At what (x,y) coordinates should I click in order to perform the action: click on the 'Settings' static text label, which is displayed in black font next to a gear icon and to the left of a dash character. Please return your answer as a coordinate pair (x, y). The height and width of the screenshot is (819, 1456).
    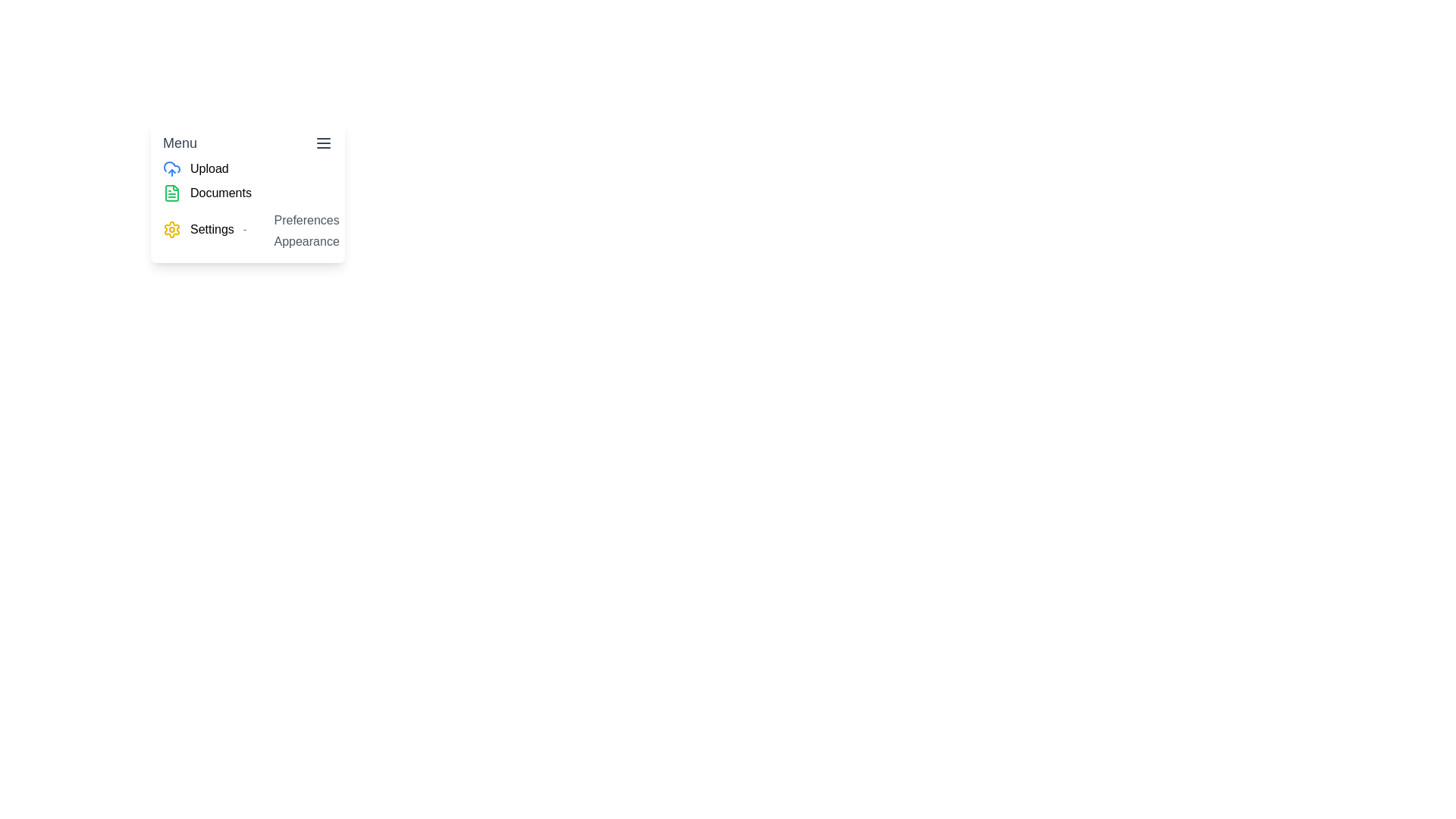
    Looking at the image, I should click on (211, 230).